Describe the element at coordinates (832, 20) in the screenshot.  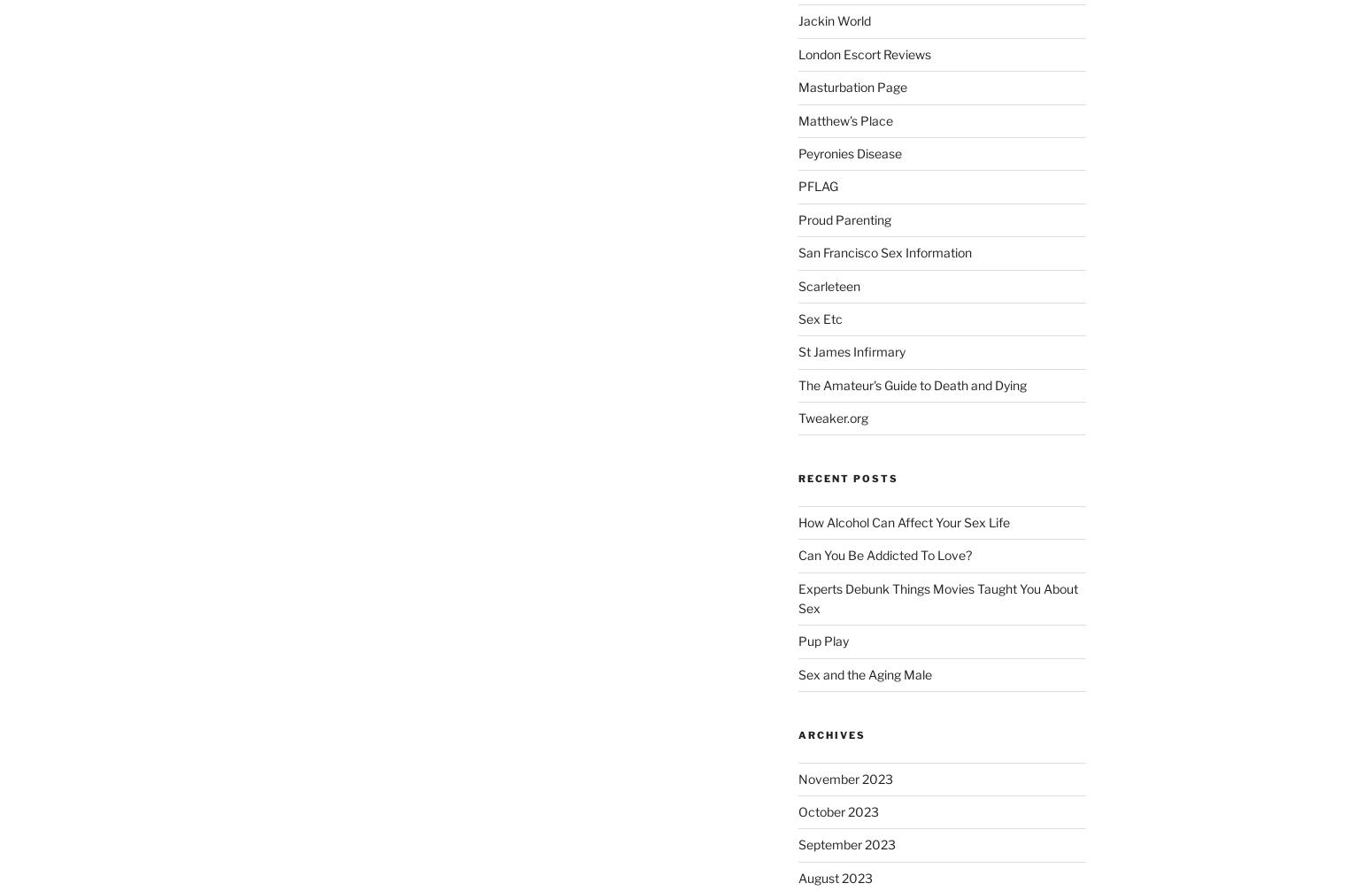
I see `'Jackin World'` at that location.